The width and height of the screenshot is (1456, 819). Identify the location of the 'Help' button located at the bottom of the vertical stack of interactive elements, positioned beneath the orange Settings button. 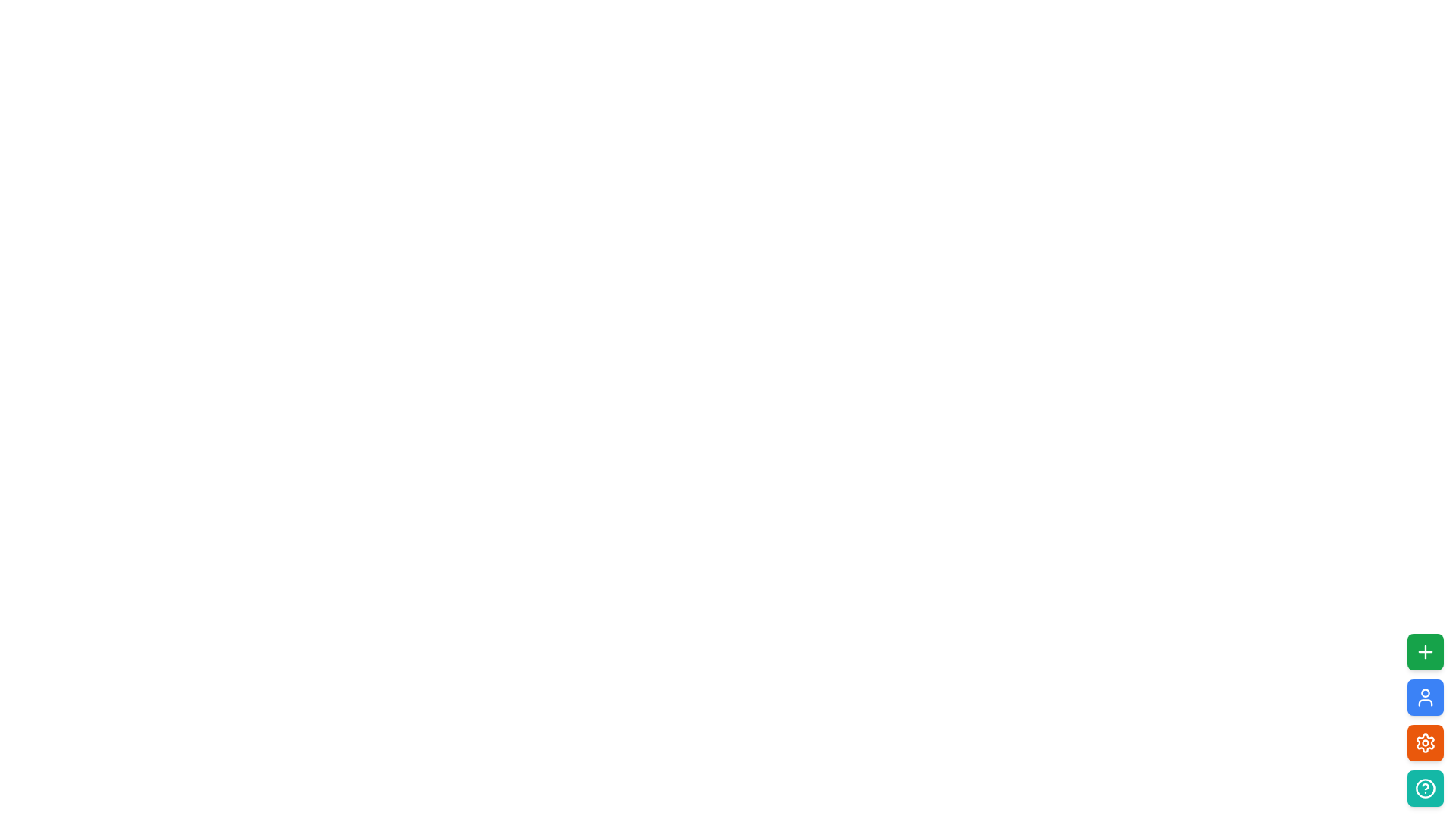
(1425, 788).